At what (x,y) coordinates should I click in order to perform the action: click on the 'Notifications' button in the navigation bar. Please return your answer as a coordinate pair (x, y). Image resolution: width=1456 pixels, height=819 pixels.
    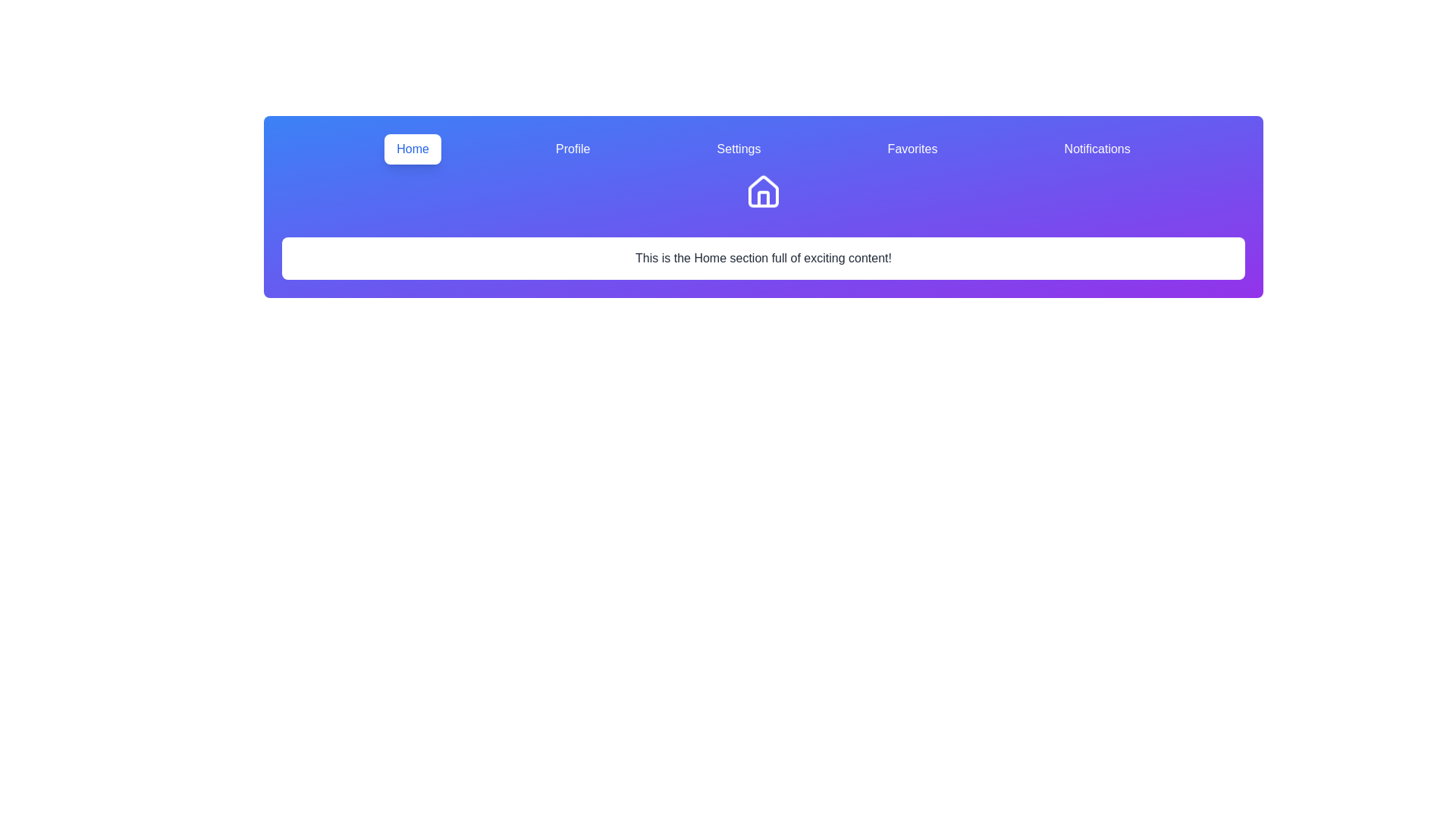
    Looking at the image, I should click on (1097, 149).